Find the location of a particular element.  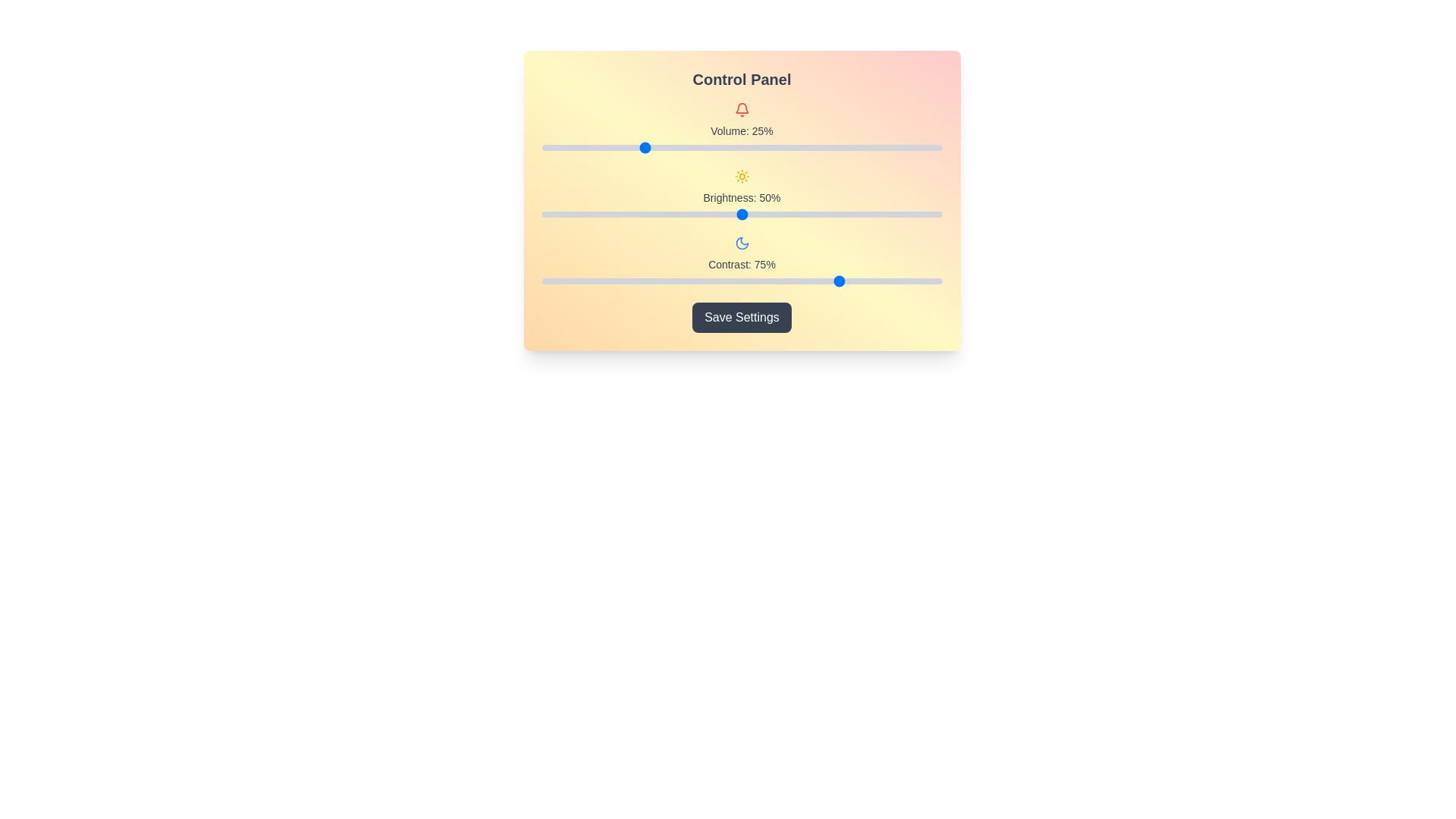

the 'Save Settings' button located in the 'Control Panel' section is located at coordinates (742, 317).